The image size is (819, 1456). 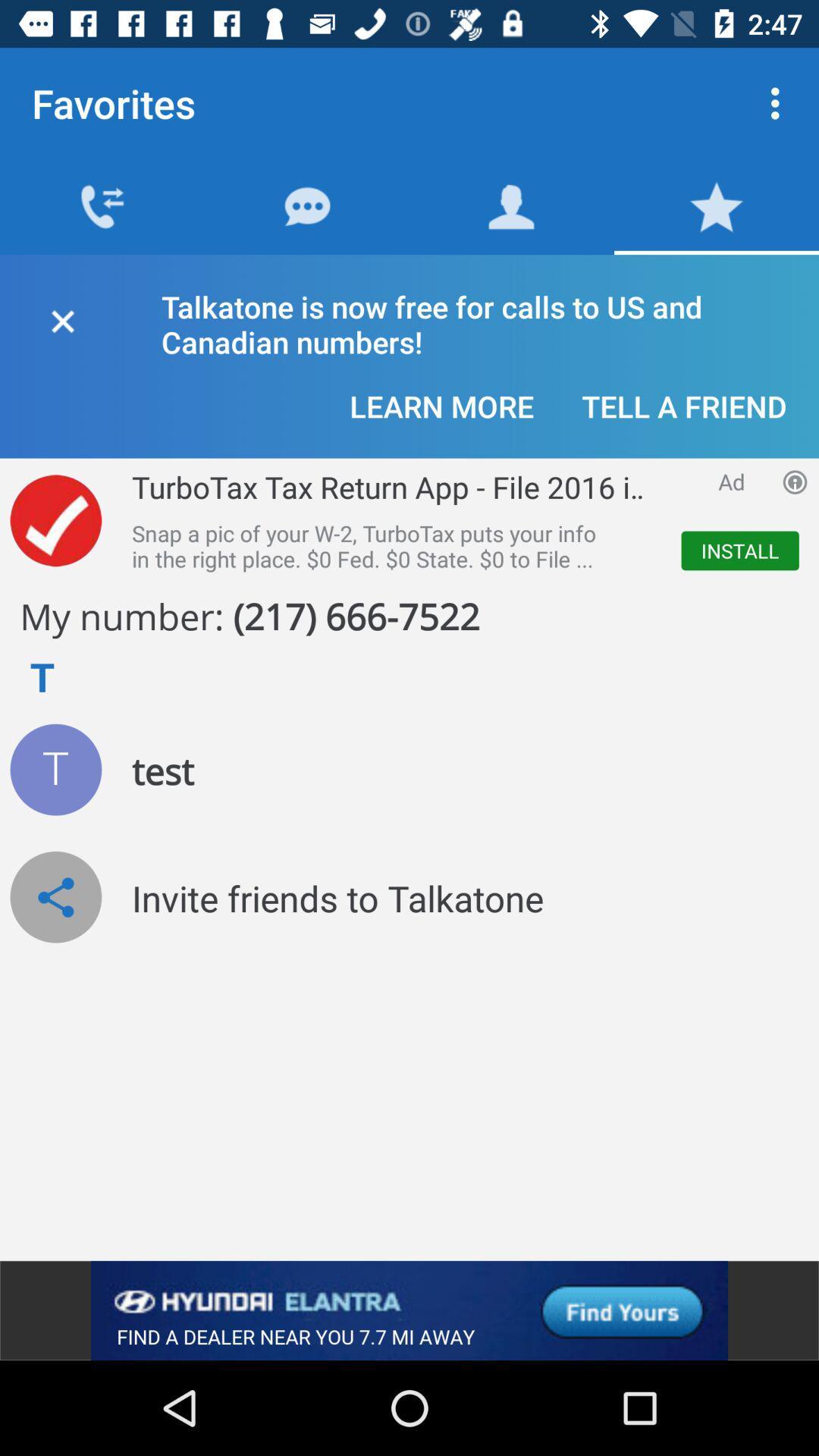 I want to click on advertisement, so click(x=409, y=1310).